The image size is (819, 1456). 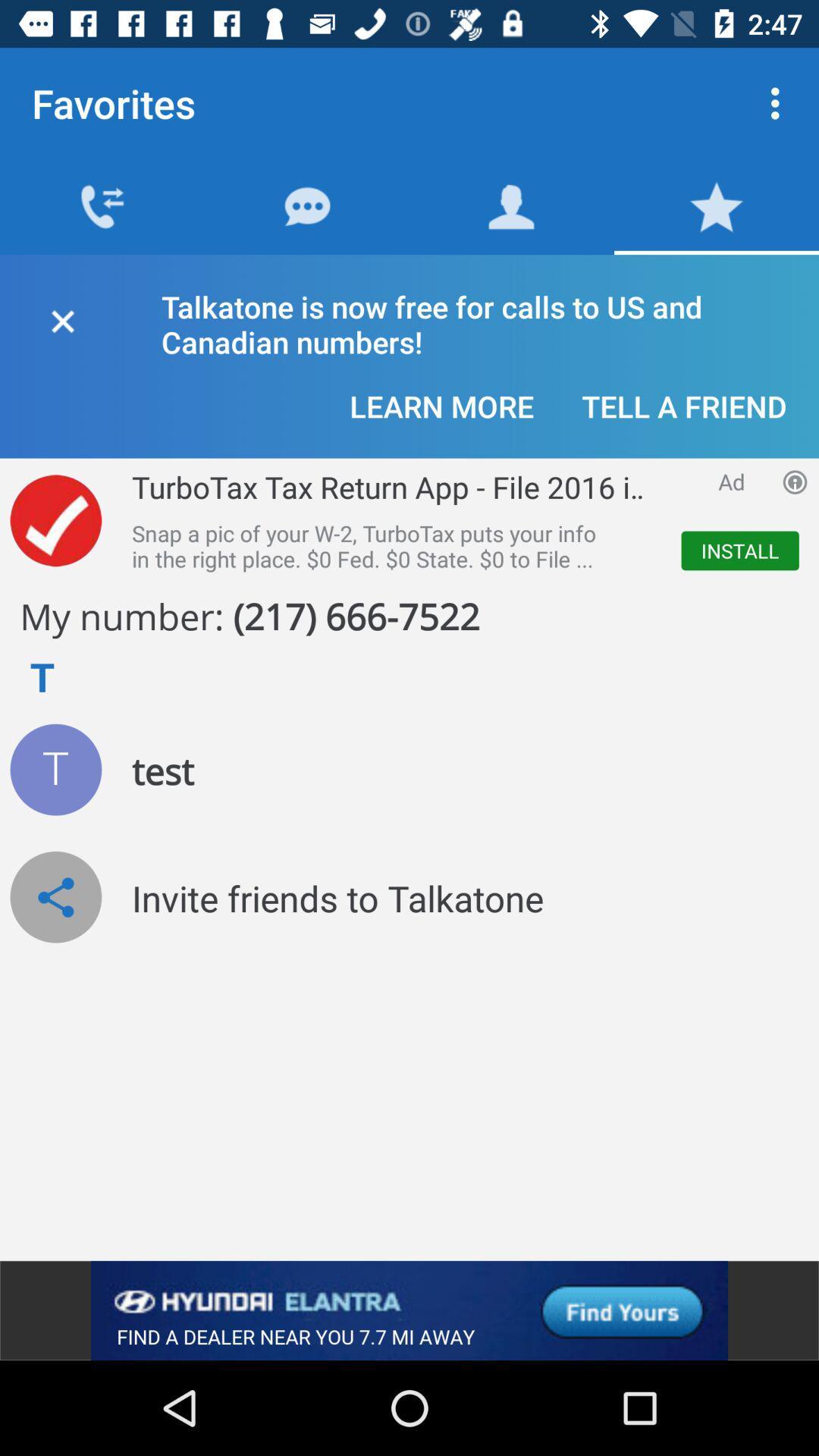 I want to click on advertisement, so click(x=409, y=1310).